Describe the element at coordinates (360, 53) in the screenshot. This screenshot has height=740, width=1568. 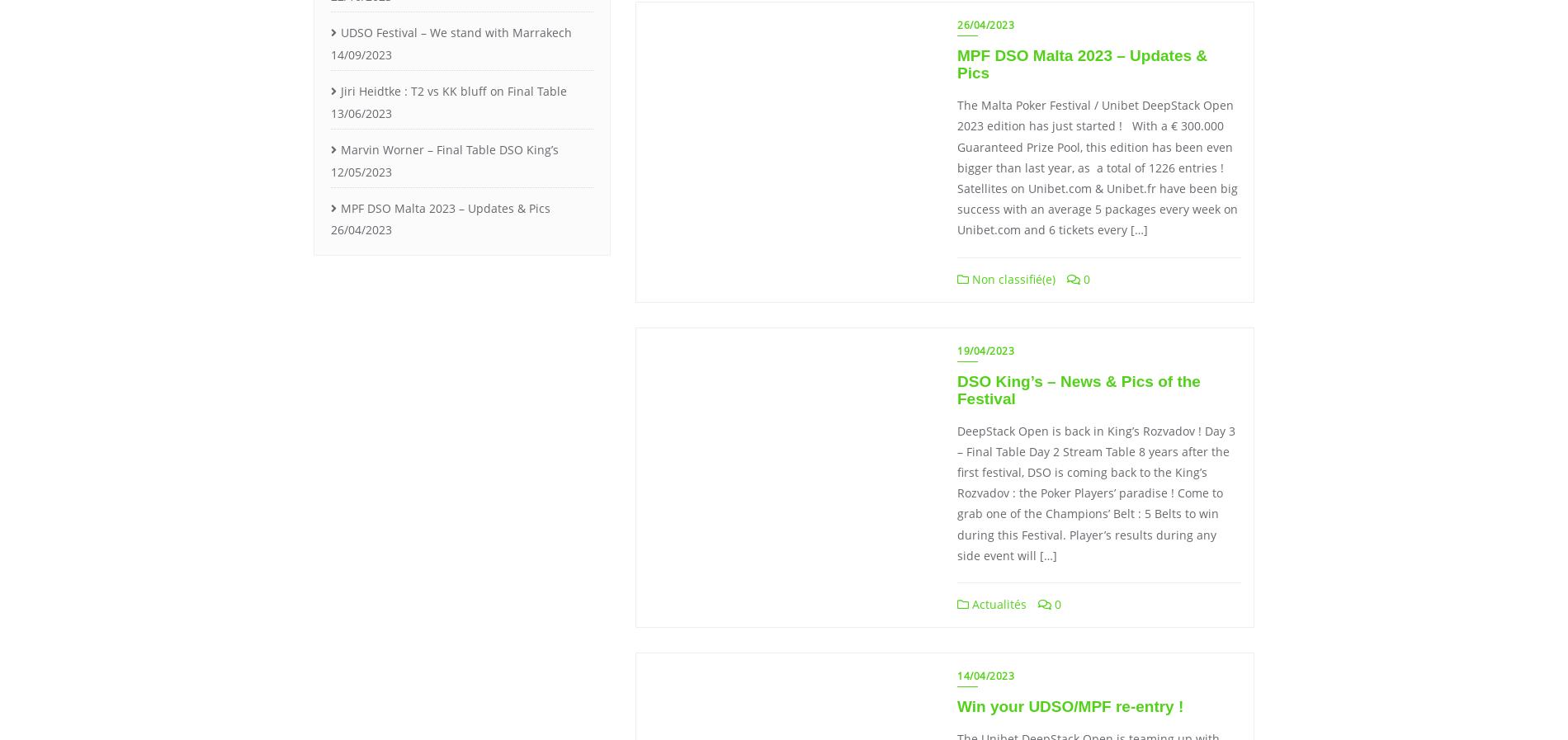
I see `'14/09/2023'` at that location.